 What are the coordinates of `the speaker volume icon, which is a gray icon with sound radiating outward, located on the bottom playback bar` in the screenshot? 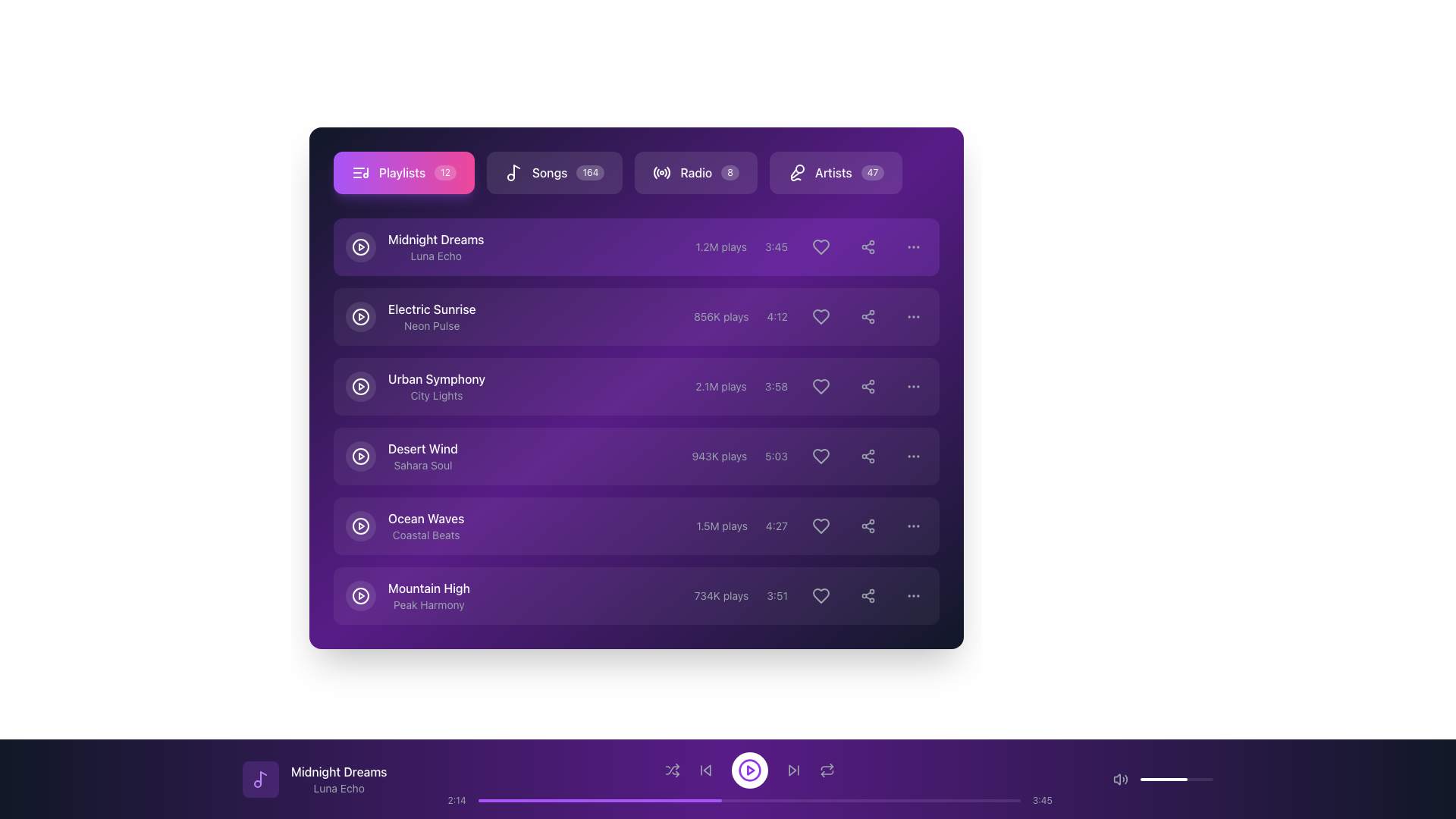 It's located at (1121, 780).